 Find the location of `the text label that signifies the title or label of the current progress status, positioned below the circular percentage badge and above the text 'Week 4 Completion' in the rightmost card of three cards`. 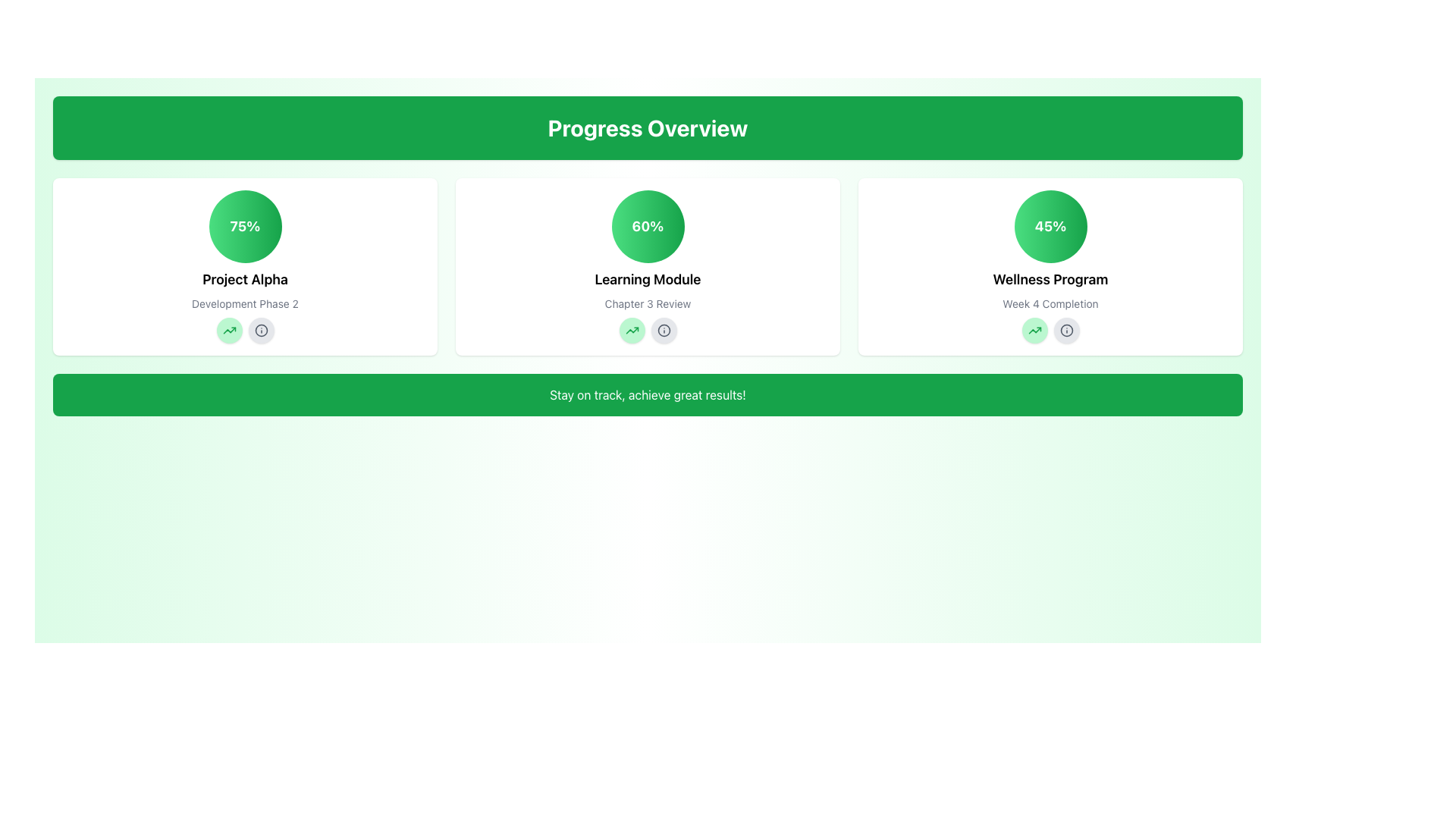

the text label that signifies the title or label of the current progress status, positioned below the circular percentage badge and above the text 'Week 4 Completion' in the rightmost card of three cards is located at coordinates (1050, 280).